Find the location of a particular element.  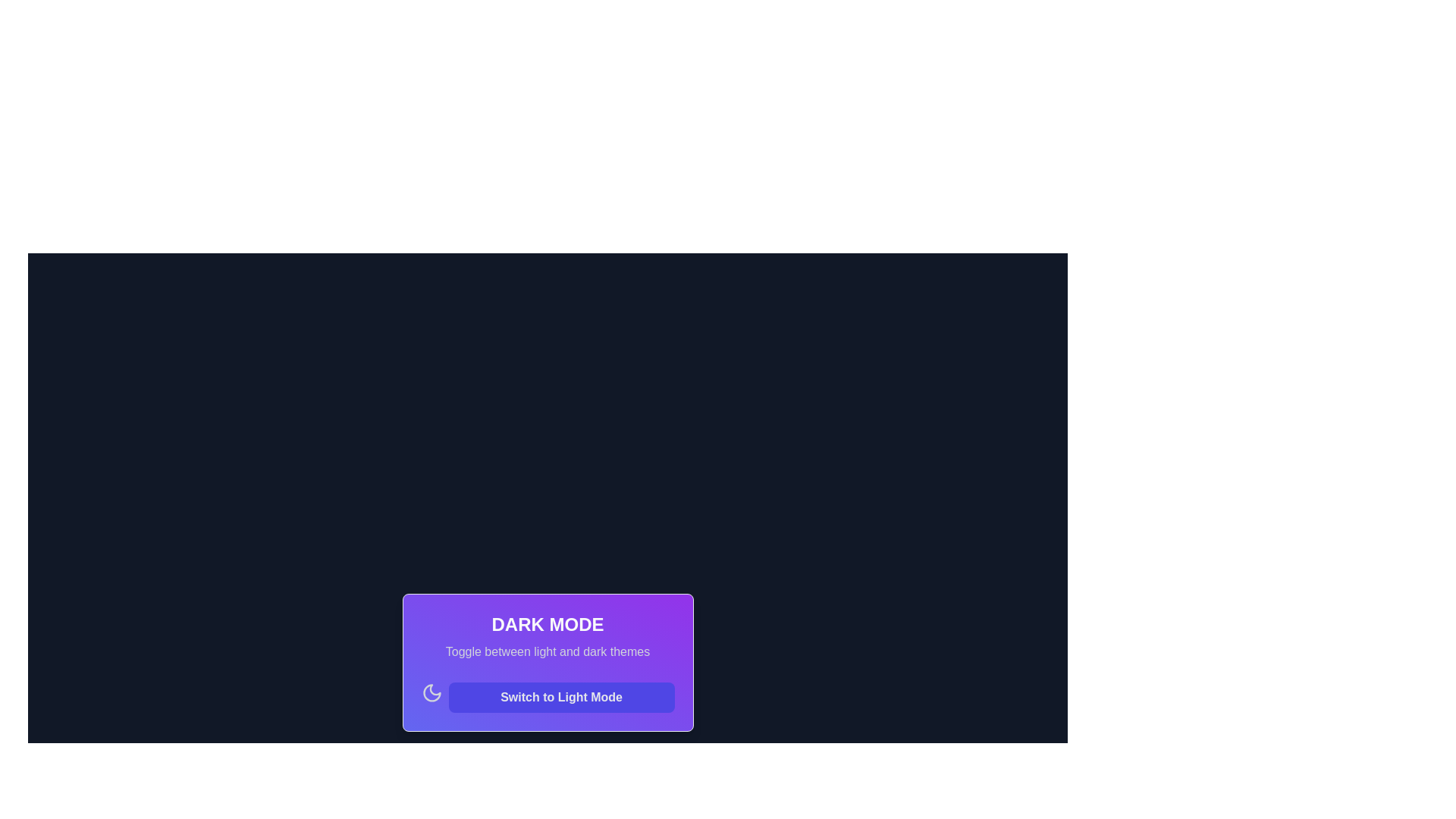

the 'Switch to Light Mode' button with a deep purple background and white text for keyboard navigation is located at coordinates (547, 693).